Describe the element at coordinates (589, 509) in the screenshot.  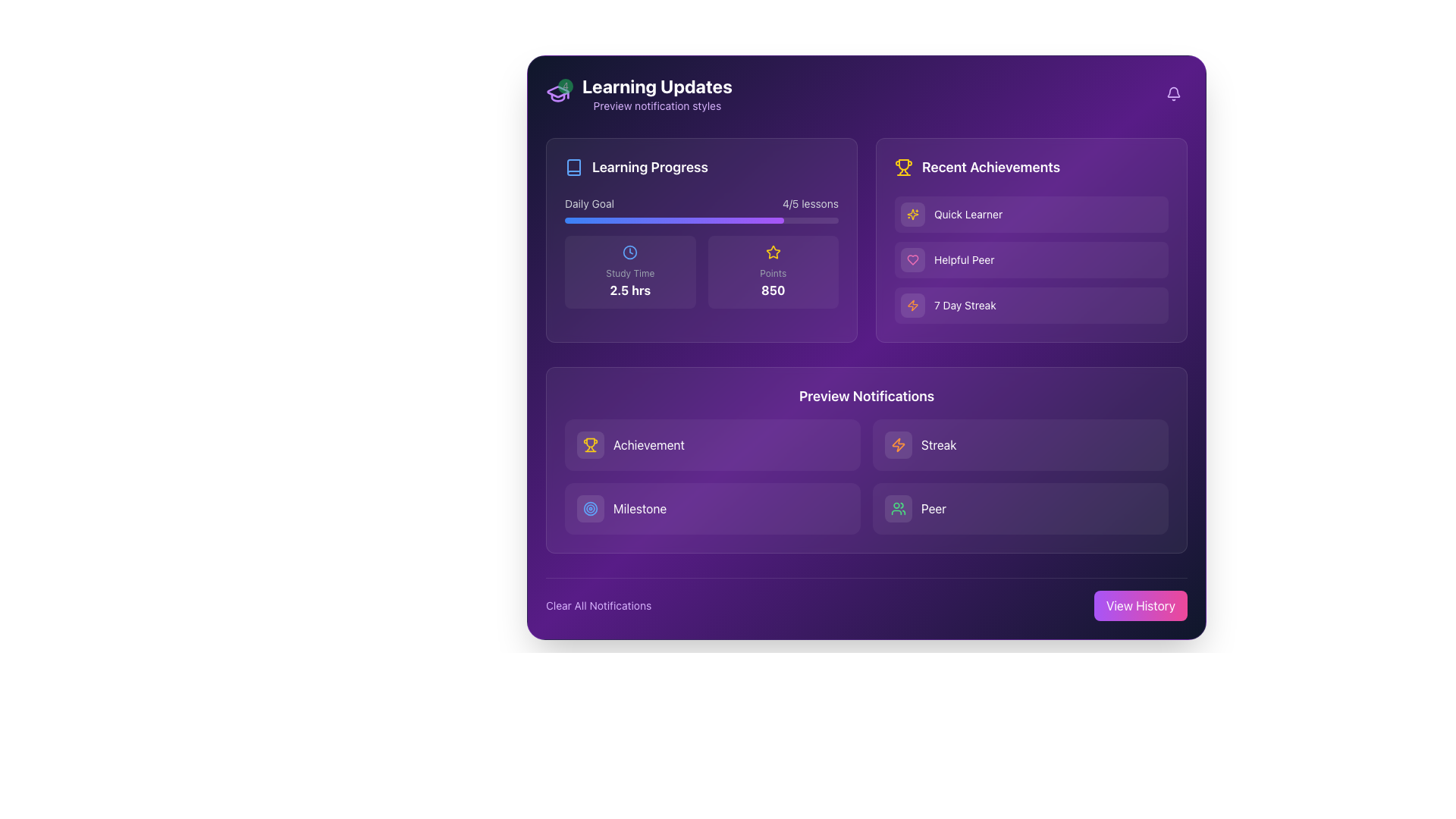
I see `the outer circular graphical component of the target icon, which has a radius of 10 units and is located below the 'Preview Notifications' section` at that location.